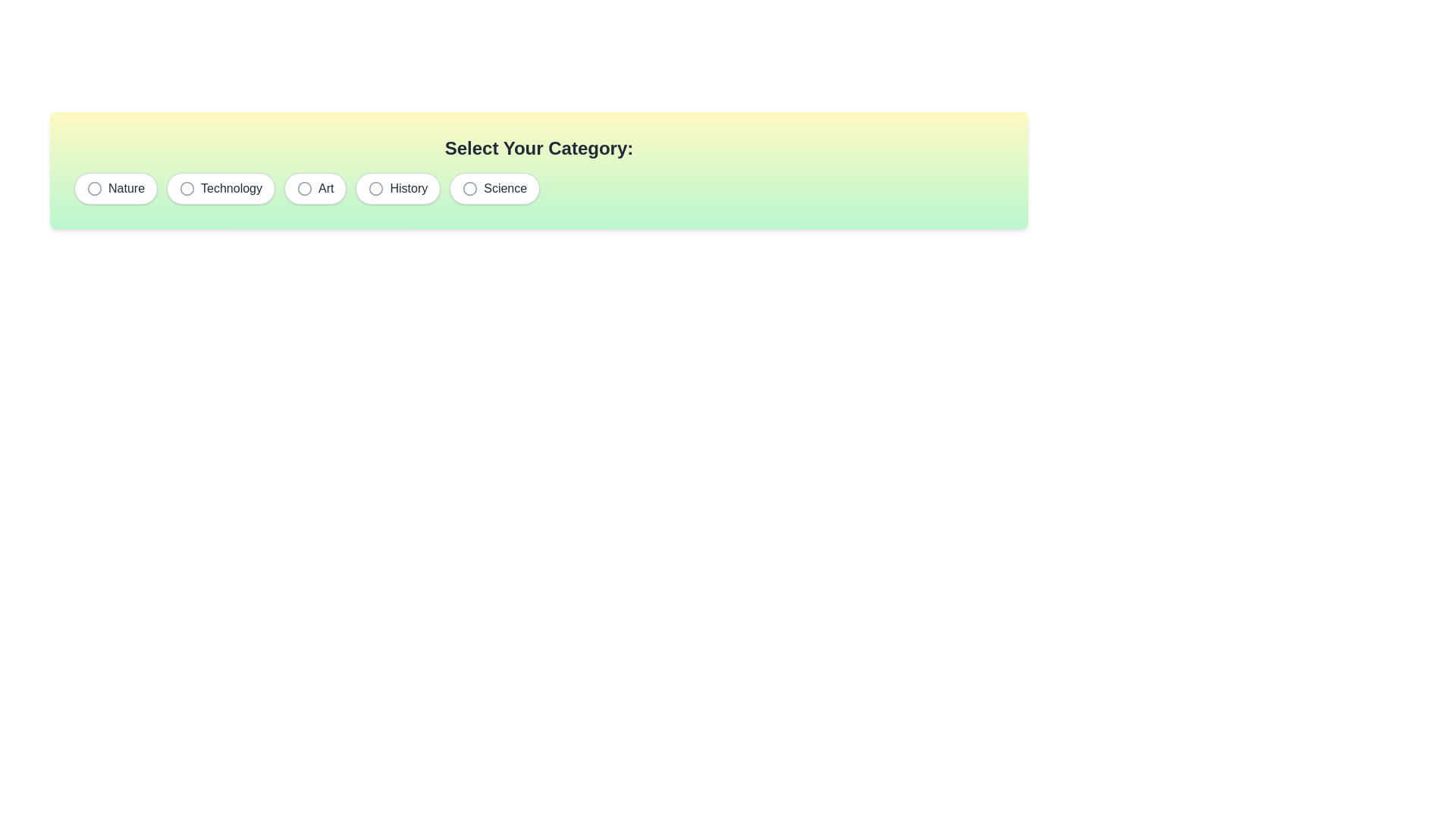 The width and height of the screenshot is (1456, 819). What do you see at coordinates (315, 188) in the screenshot?
I see `the chip labeled Art` at bounding box center [315, 188].